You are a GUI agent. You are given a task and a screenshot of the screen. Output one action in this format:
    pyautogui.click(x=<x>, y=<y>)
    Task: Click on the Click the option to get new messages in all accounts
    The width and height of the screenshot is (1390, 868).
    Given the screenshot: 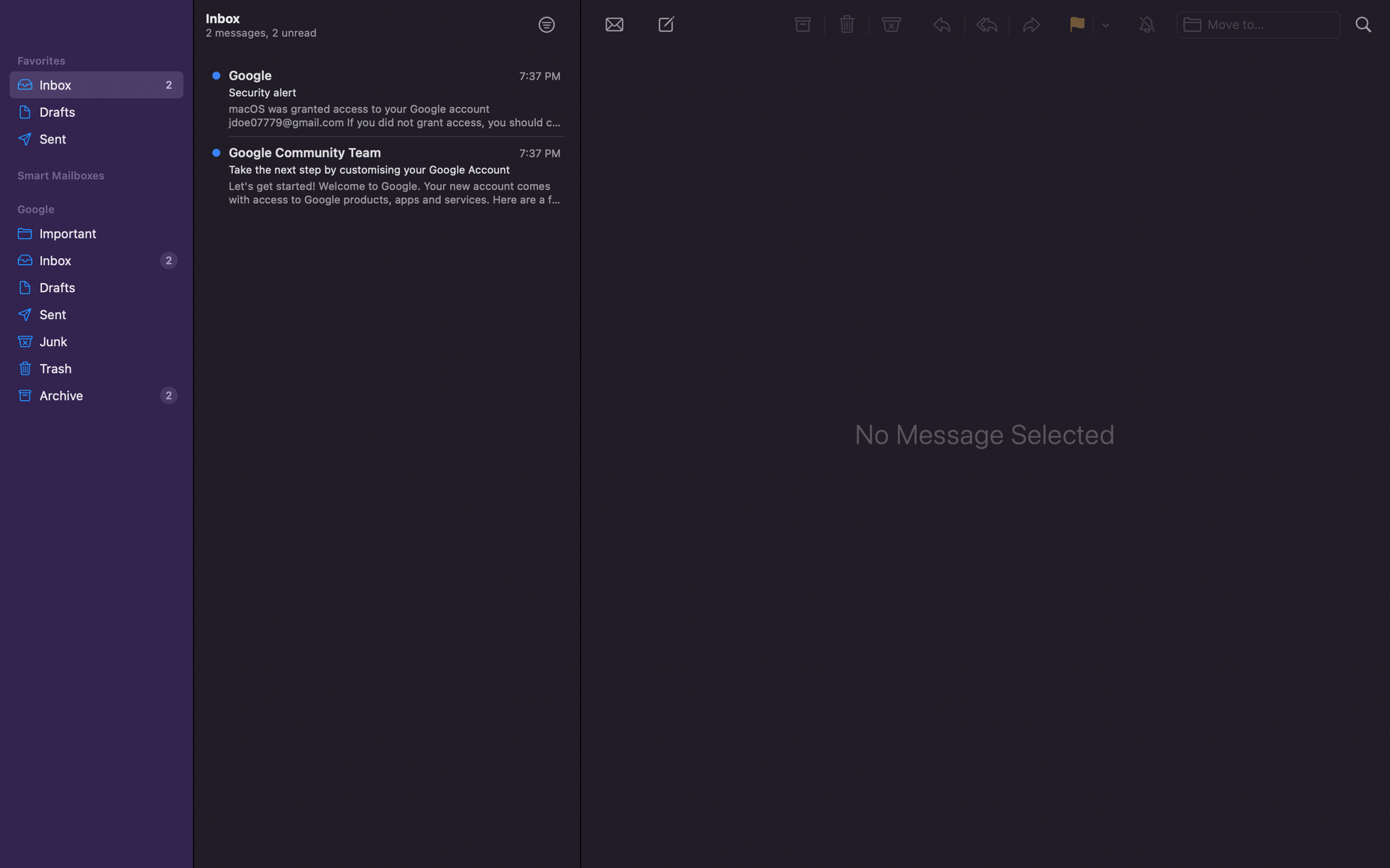 What is the action you would take?
    pyautogui.click(x=613, y=24)
    